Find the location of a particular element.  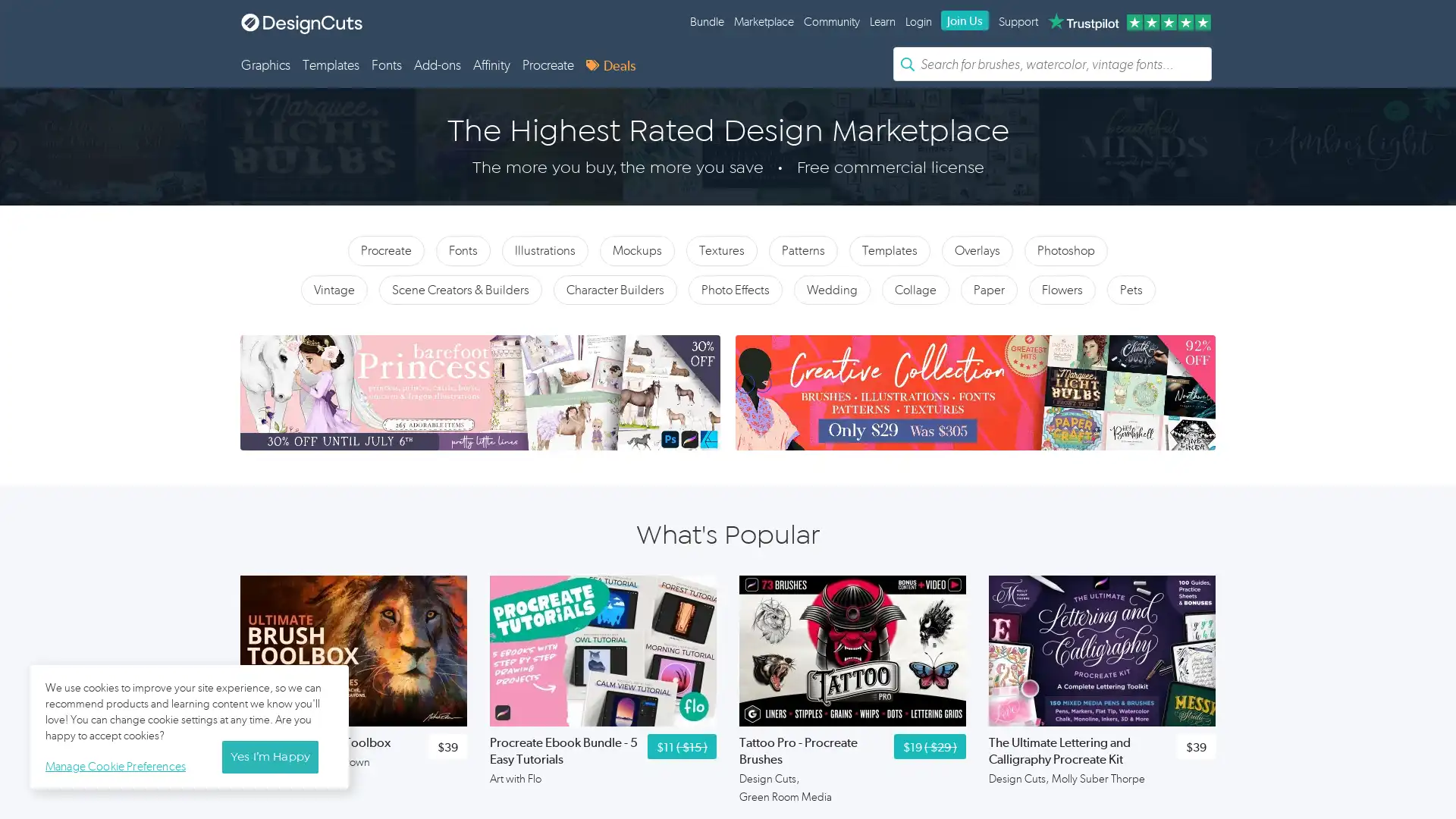

Yes Im Happy is located at coordinates (269, 757).